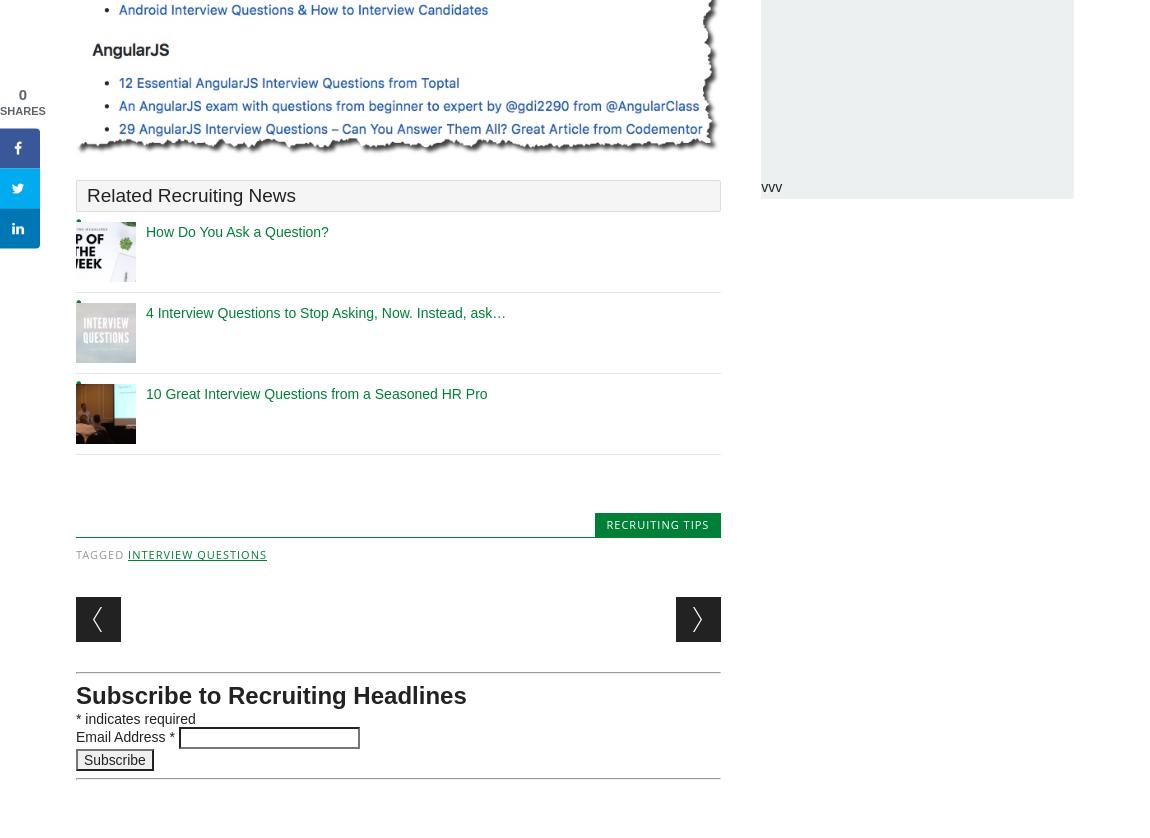 The height and width of the screenshot is (838, 1150). Describe the element at coordinates (137, 718) in the screenshot. I see `'indicates required'` at that location.